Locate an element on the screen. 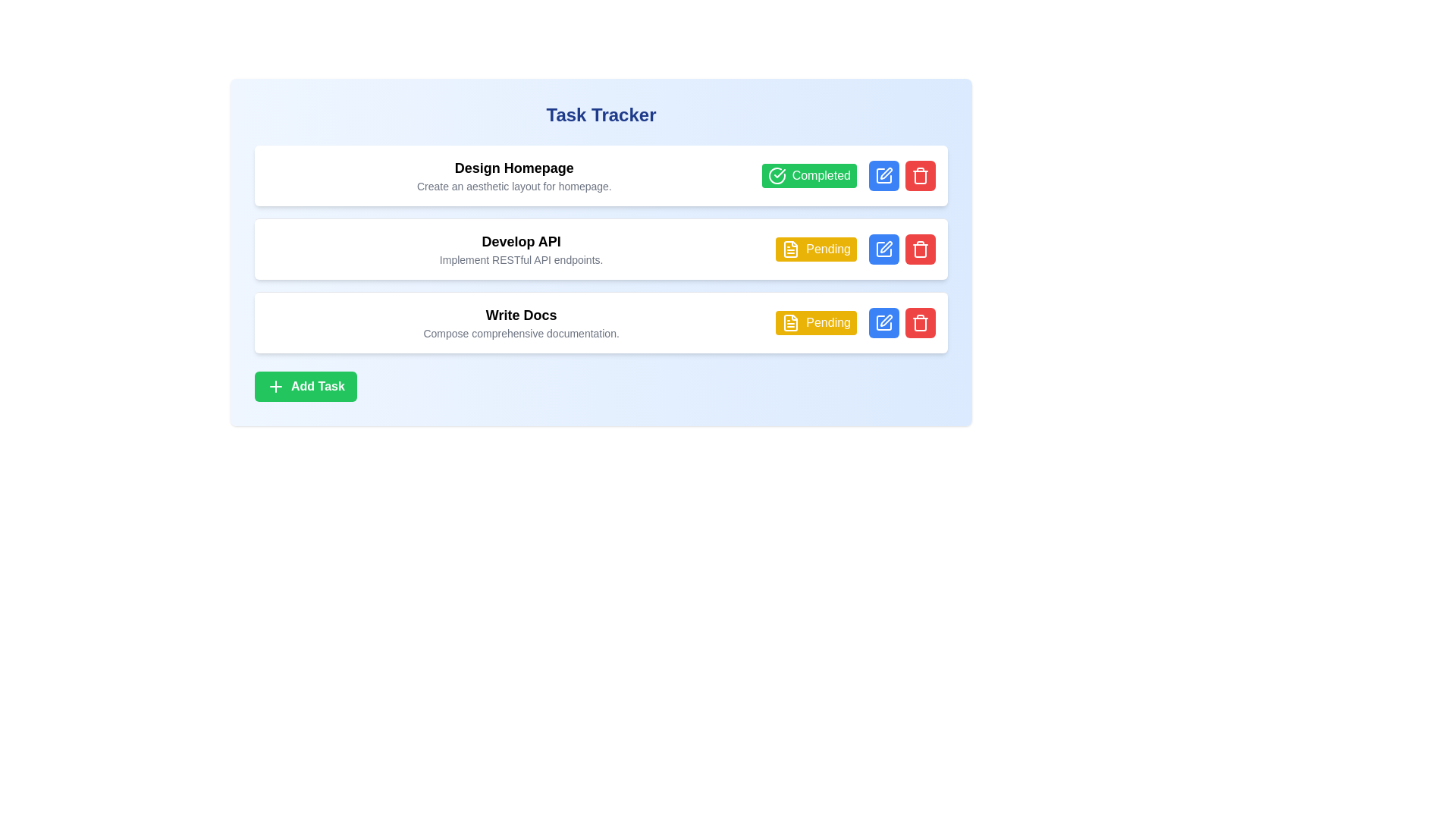  the Text label that serves as the title of the task 'Design Homepage', positioned at the top of the first task in the vertical list is located at coordinates (514, 168).